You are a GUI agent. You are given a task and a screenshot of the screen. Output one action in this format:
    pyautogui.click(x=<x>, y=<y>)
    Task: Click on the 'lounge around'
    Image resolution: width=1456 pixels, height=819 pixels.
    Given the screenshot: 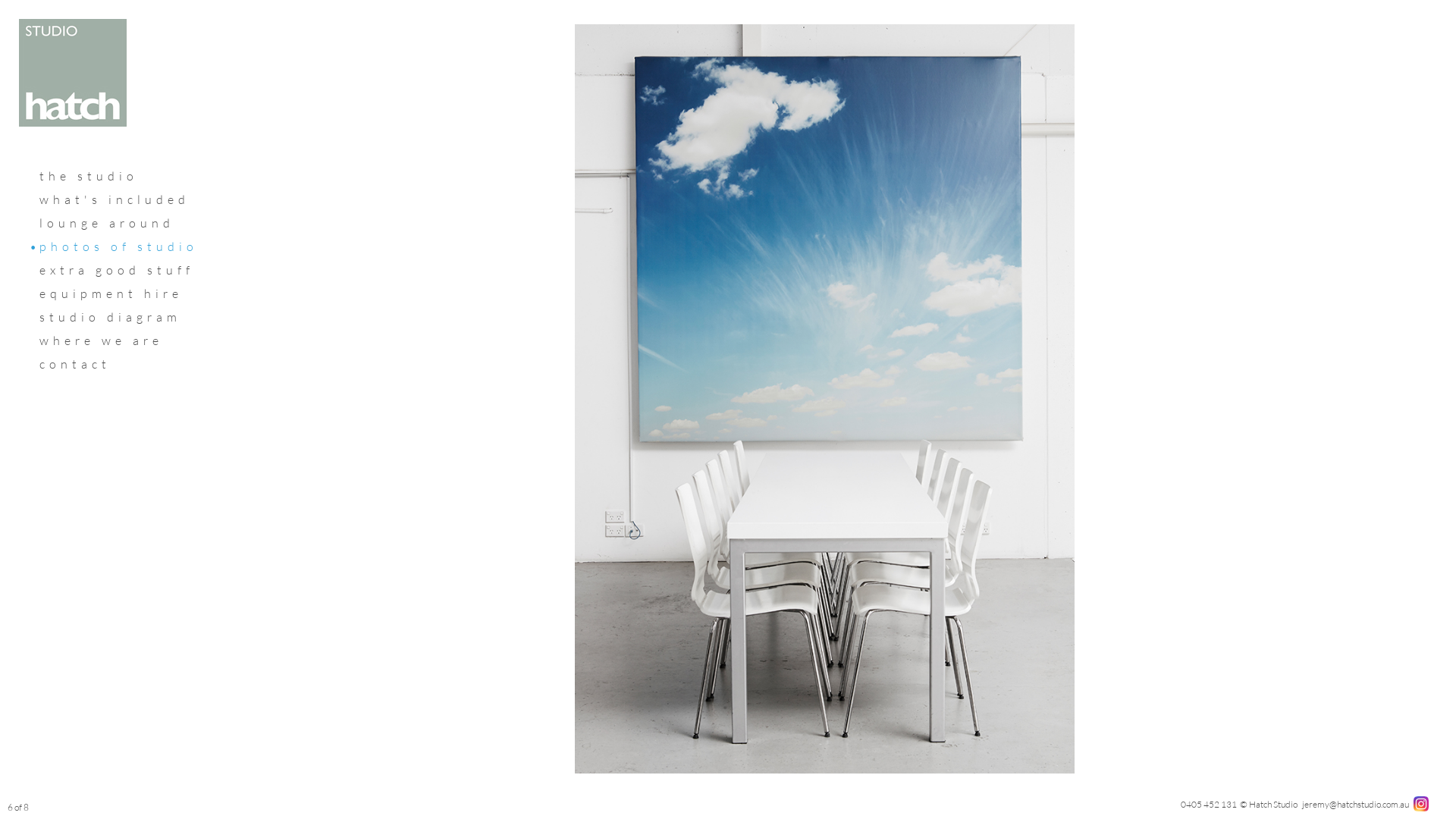 What is the action you would take?
    pyautogui.click(x=105, y=222)
    